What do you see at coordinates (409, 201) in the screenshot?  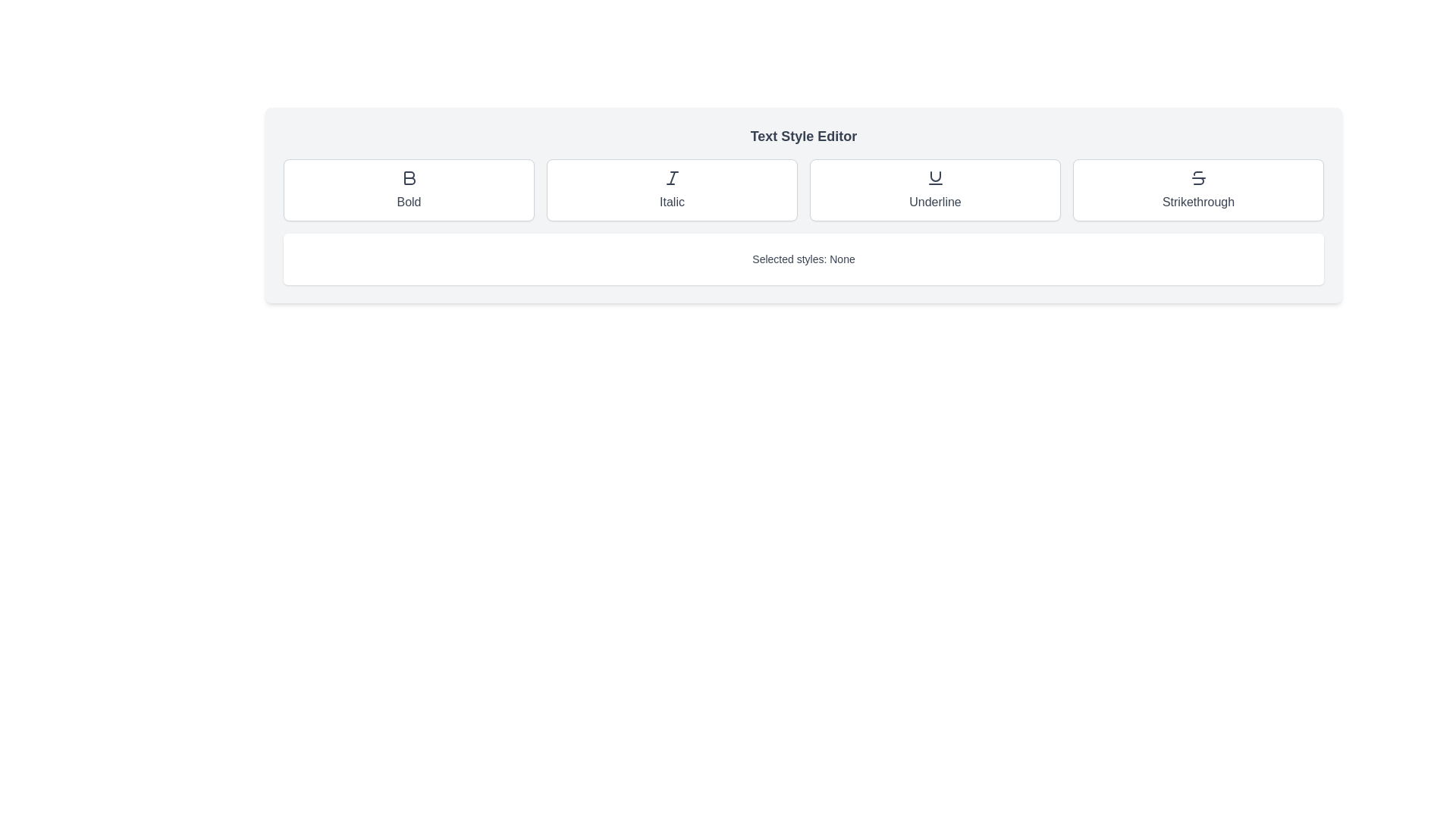 I see `the text label displaying the word 'Bold', which is located below a bold text icon in the first position of a horizontal group of text formatting buttons` at bounding box center [409, 201].